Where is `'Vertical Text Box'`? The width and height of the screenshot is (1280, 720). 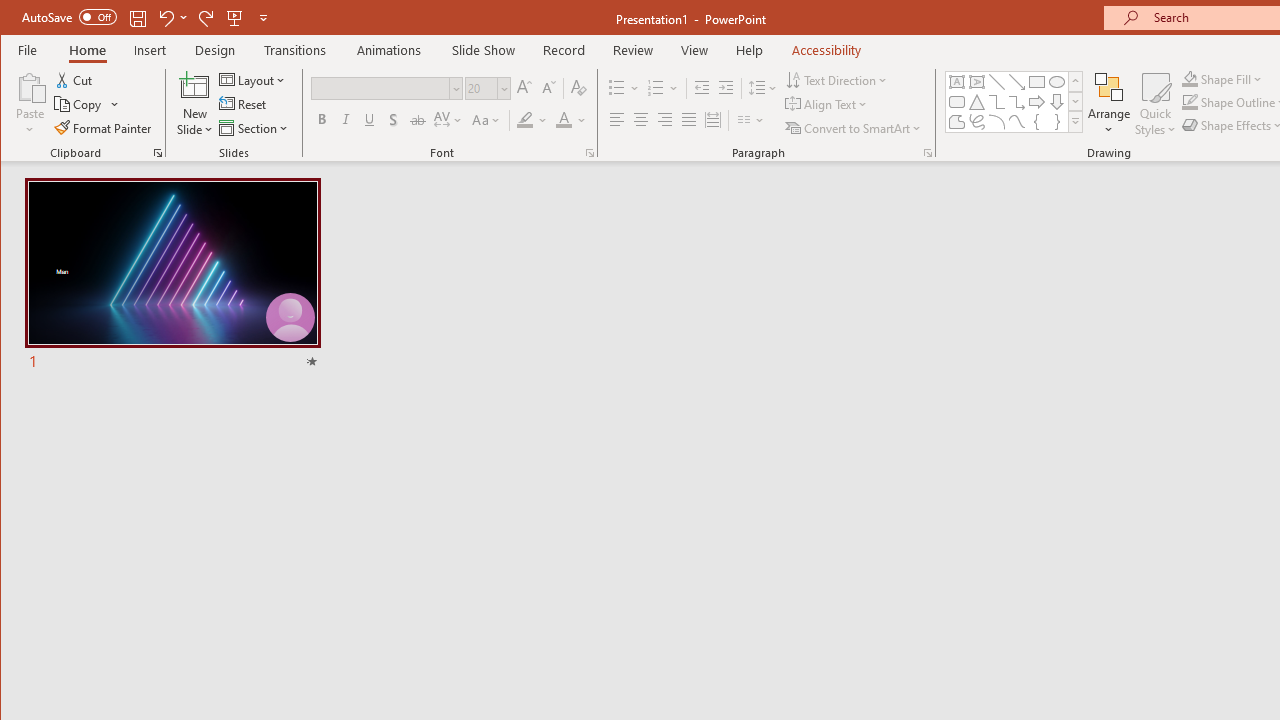
'Vertical Text Box' is located at coordinates (976, 81).